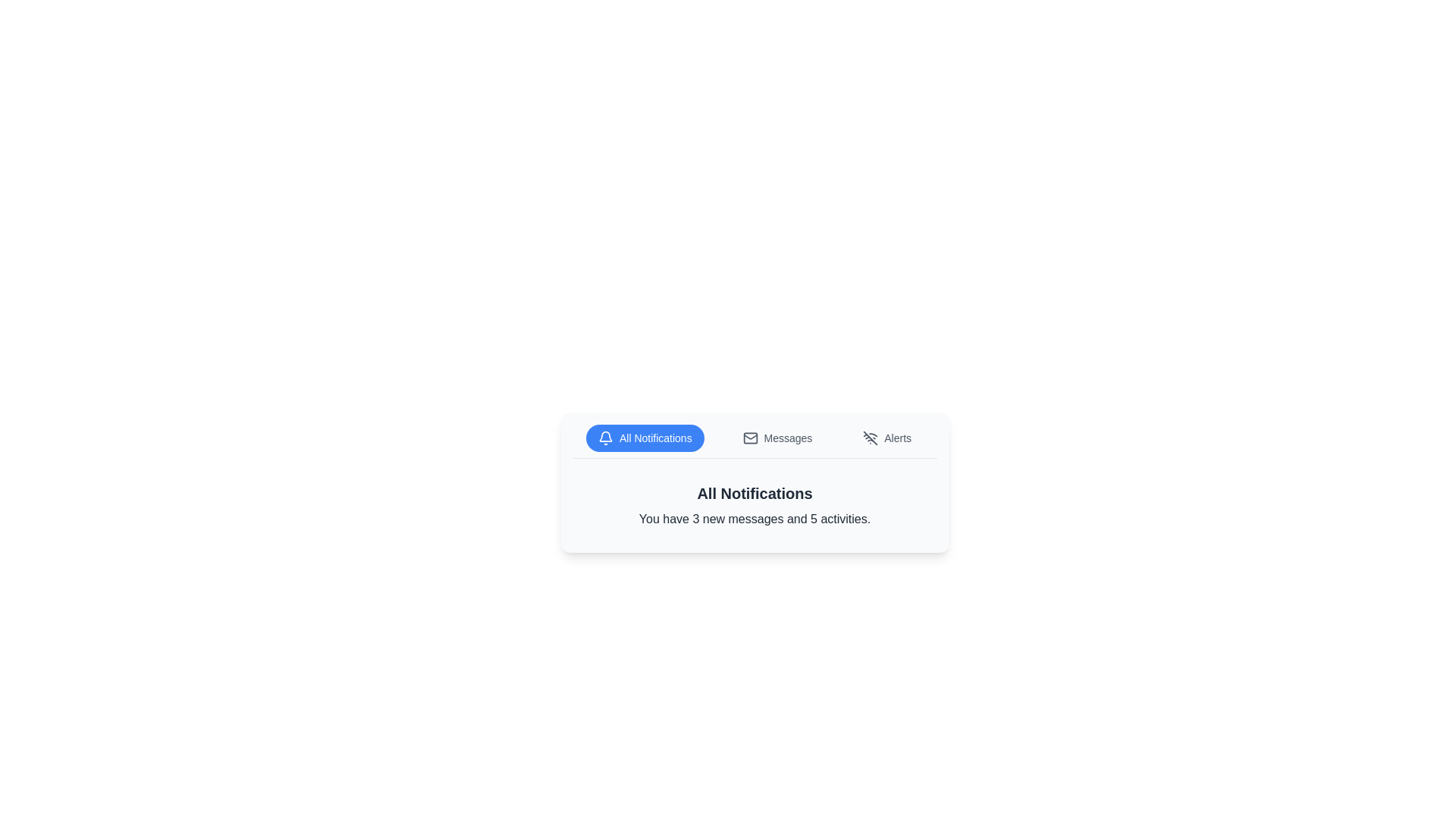 Image resolution: width=1456 pixels, height=819 pixels. Describe the element at coordinates (887, 438) in the screenshot. I see `the 'Alerts' button located in the top horizontal menu of the notification panel using keyboard navigation` at that location.